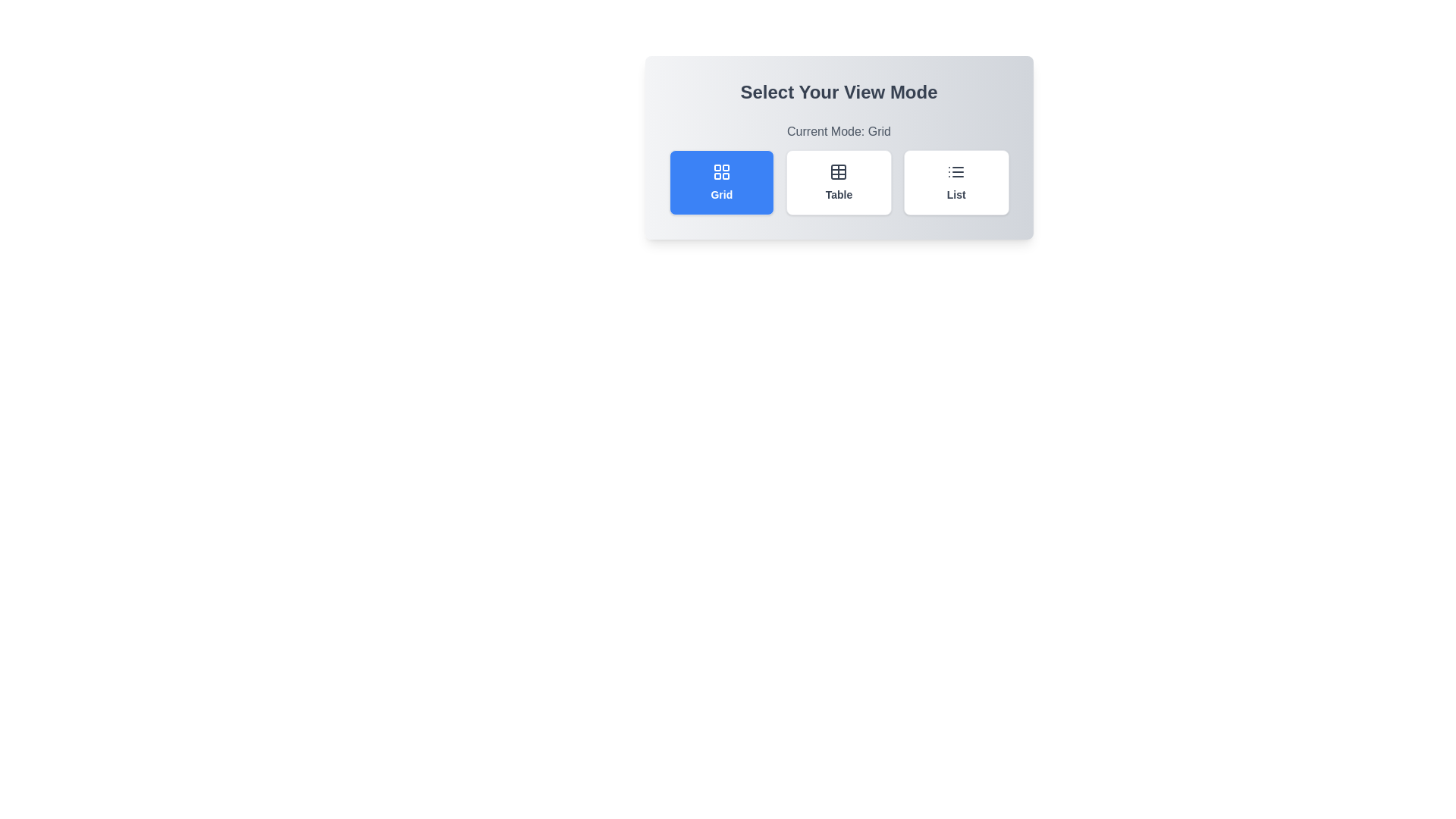 The height and width of the screenshot is (819, 1456). Describe the element at coordinates (720, 181) in the screenshot. I see `the 'Grid' view mode button, which is the first button in a horizontal group of three` at that location.